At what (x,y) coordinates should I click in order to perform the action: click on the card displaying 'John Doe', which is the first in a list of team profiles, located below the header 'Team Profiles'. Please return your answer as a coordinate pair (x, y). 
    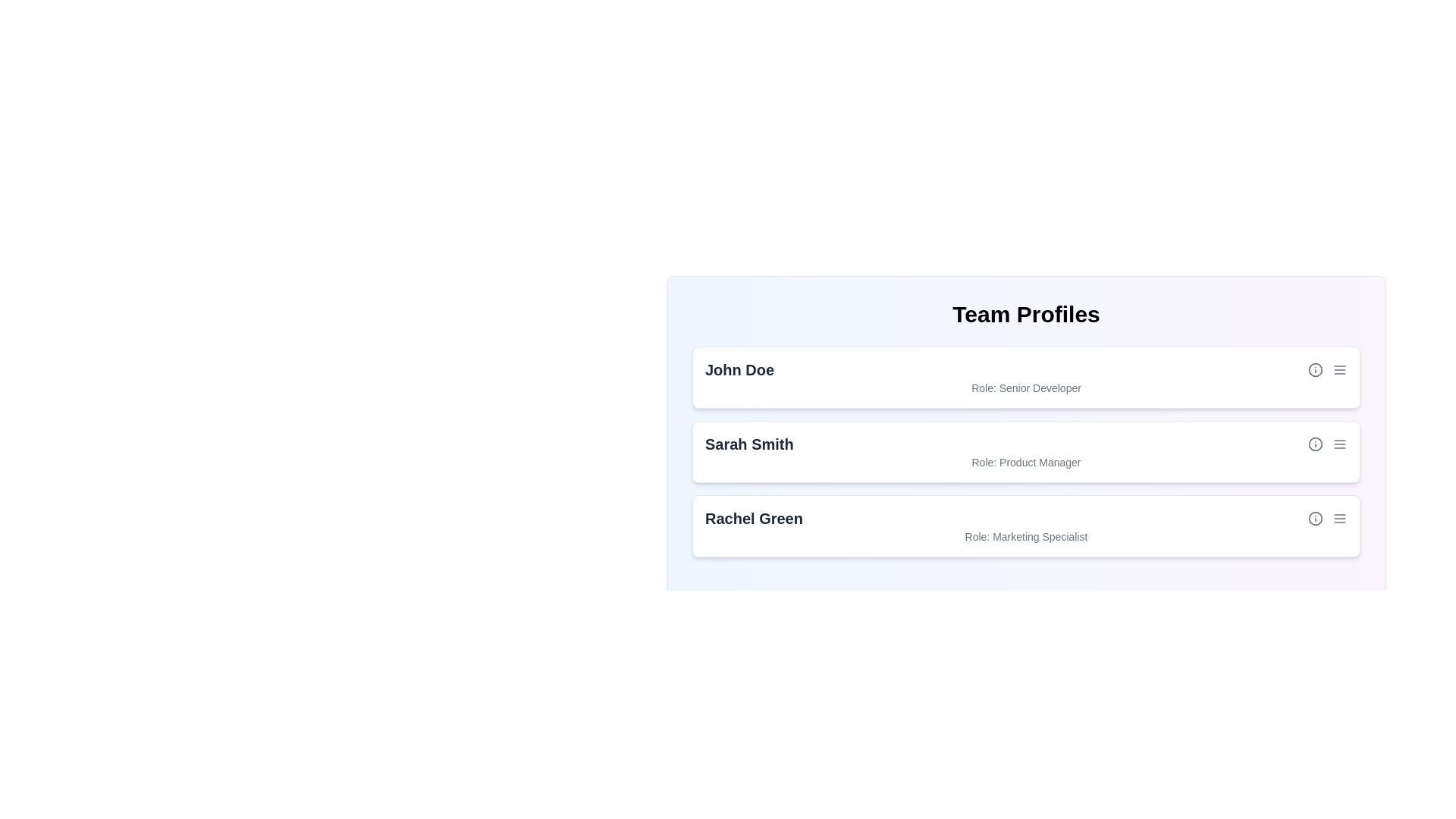
    Looking at the image, I should click on (1026, 376).